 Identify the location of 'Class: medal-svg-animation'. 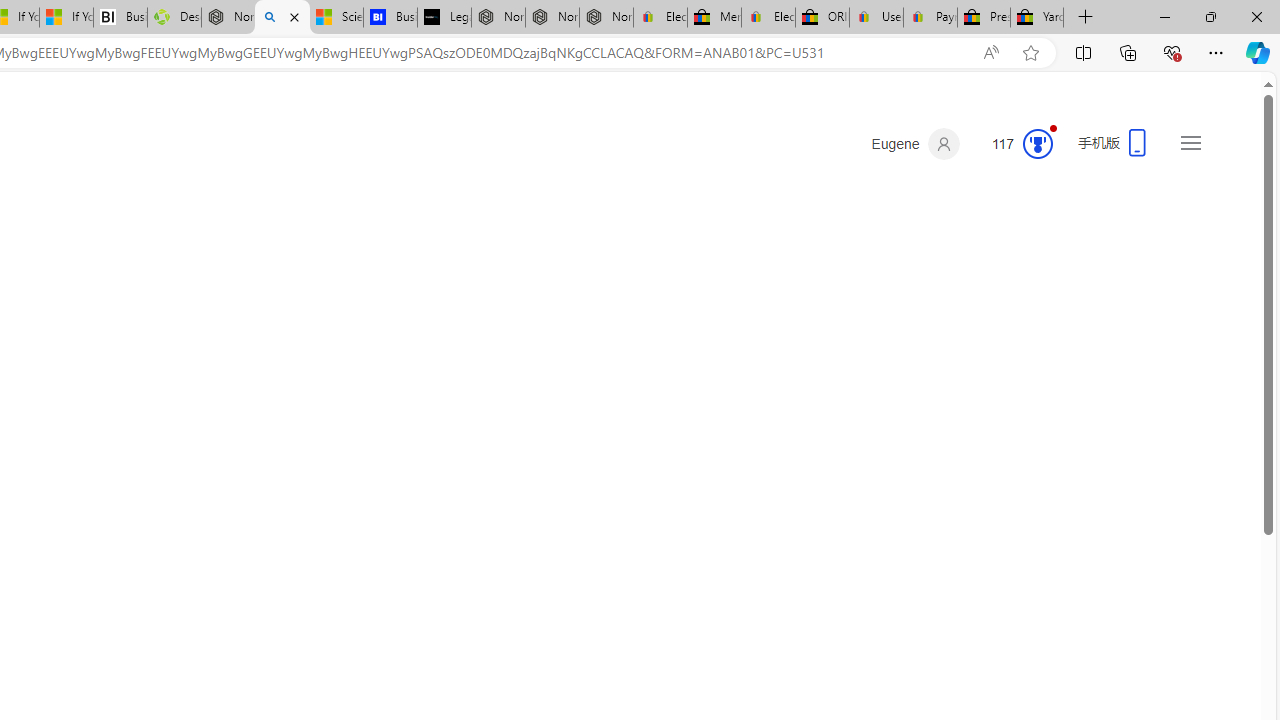
(1037, 143).